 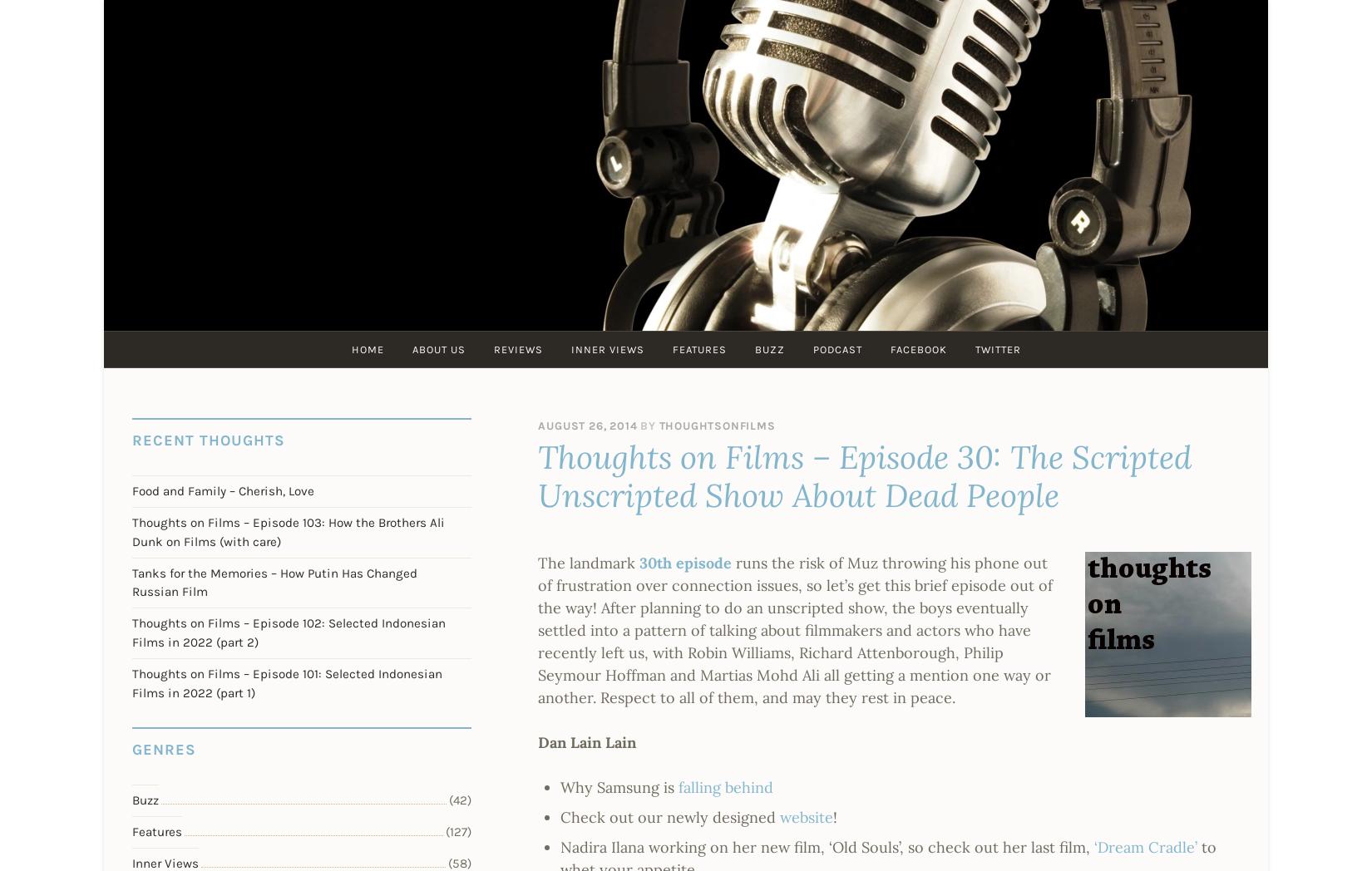 I want to click on 'August 26, 2014', so click(x=586, y=426).